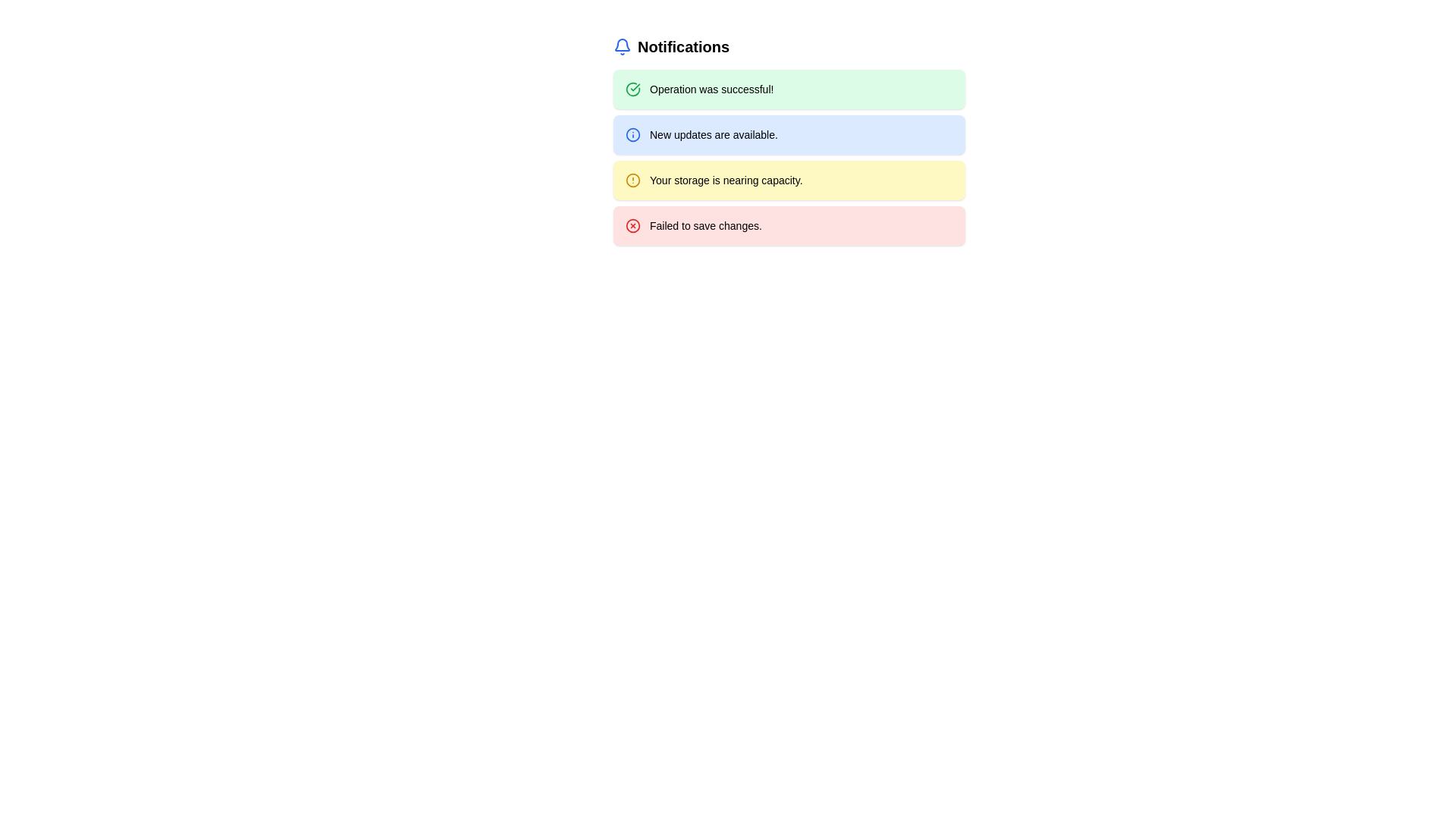  What do you see at coordinates (633, 133) in the screenshot?
I see `the appearance of the circular blue outlined icon located to the left of the text 'New updates are available' in the notification box` at bounding box center [633, 133].